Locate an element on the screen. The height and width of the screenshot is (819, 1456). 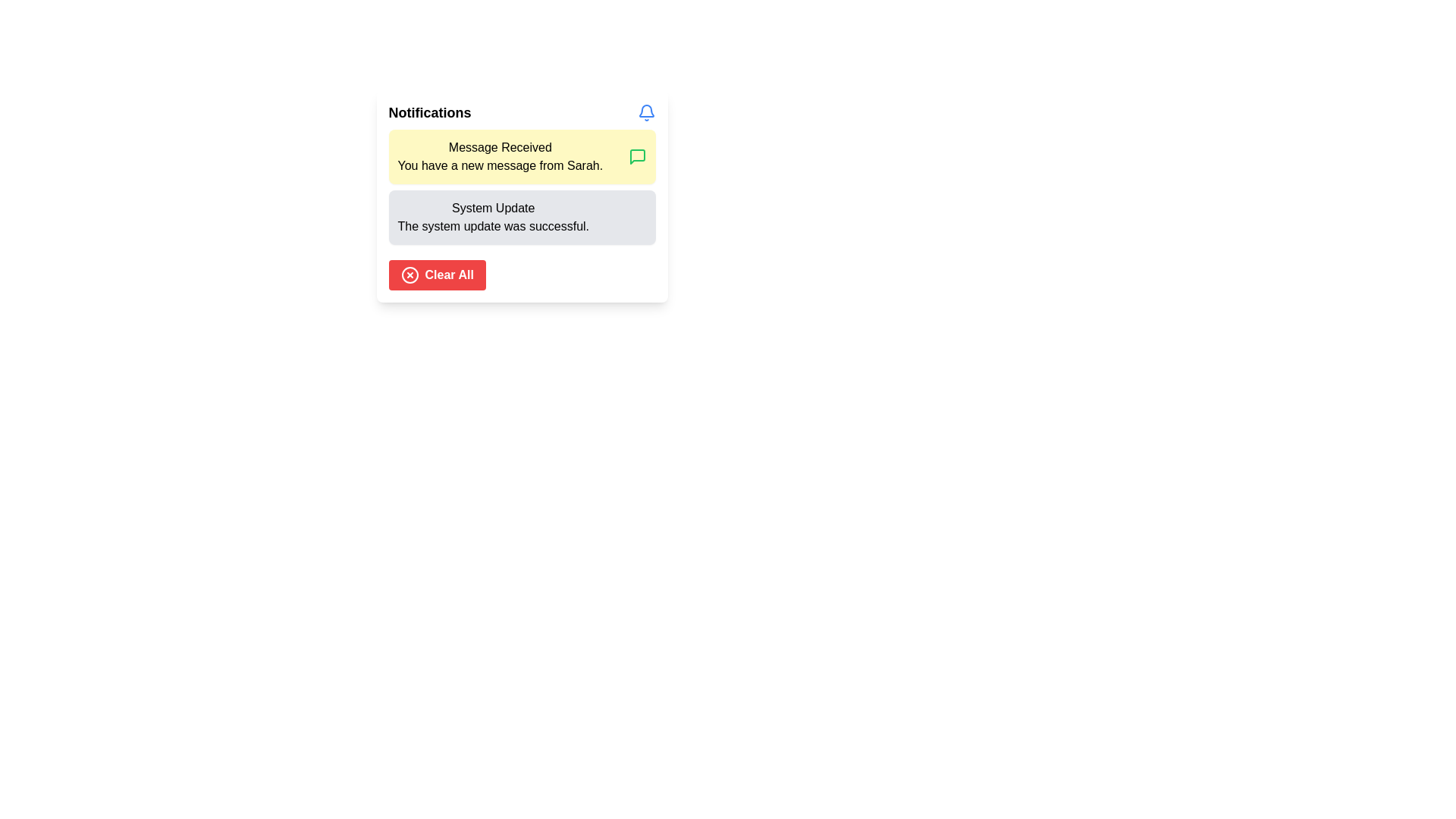
message displayed in the second text line of the notification card indicating the completion of a system update is located at coordinates (493, 227).